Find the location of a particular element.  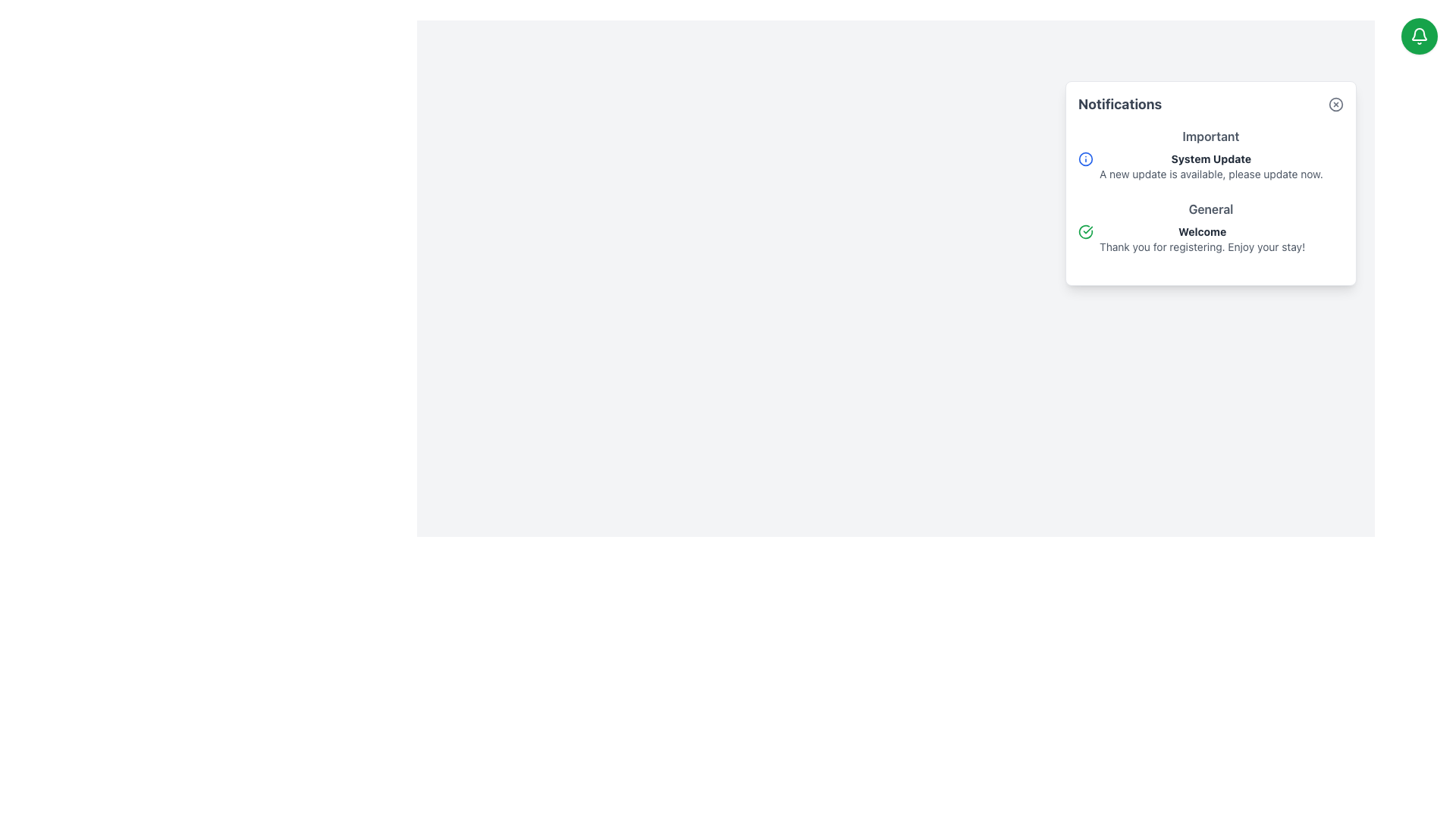

the 'General' Text Label element which is a bold, medium-sized grayscale font heading in the notification panel is located at coordinates (1210, 209).